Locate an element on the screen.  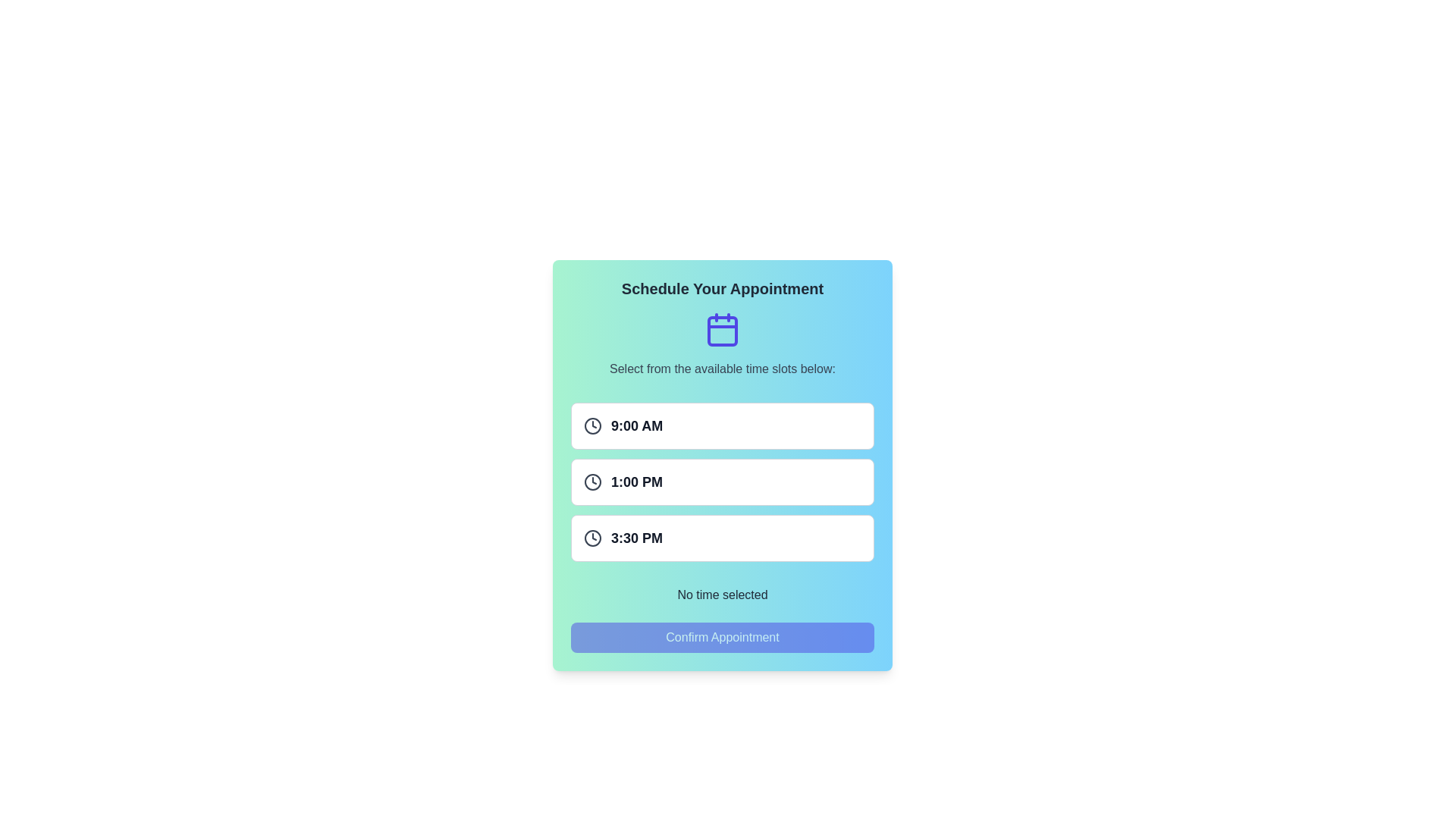
the 1:00 PM time slot button, which is the second item in the list of selectable time slots, positioned directly beneath the '9:00 AM' slot is located at coordinates (722, 482).